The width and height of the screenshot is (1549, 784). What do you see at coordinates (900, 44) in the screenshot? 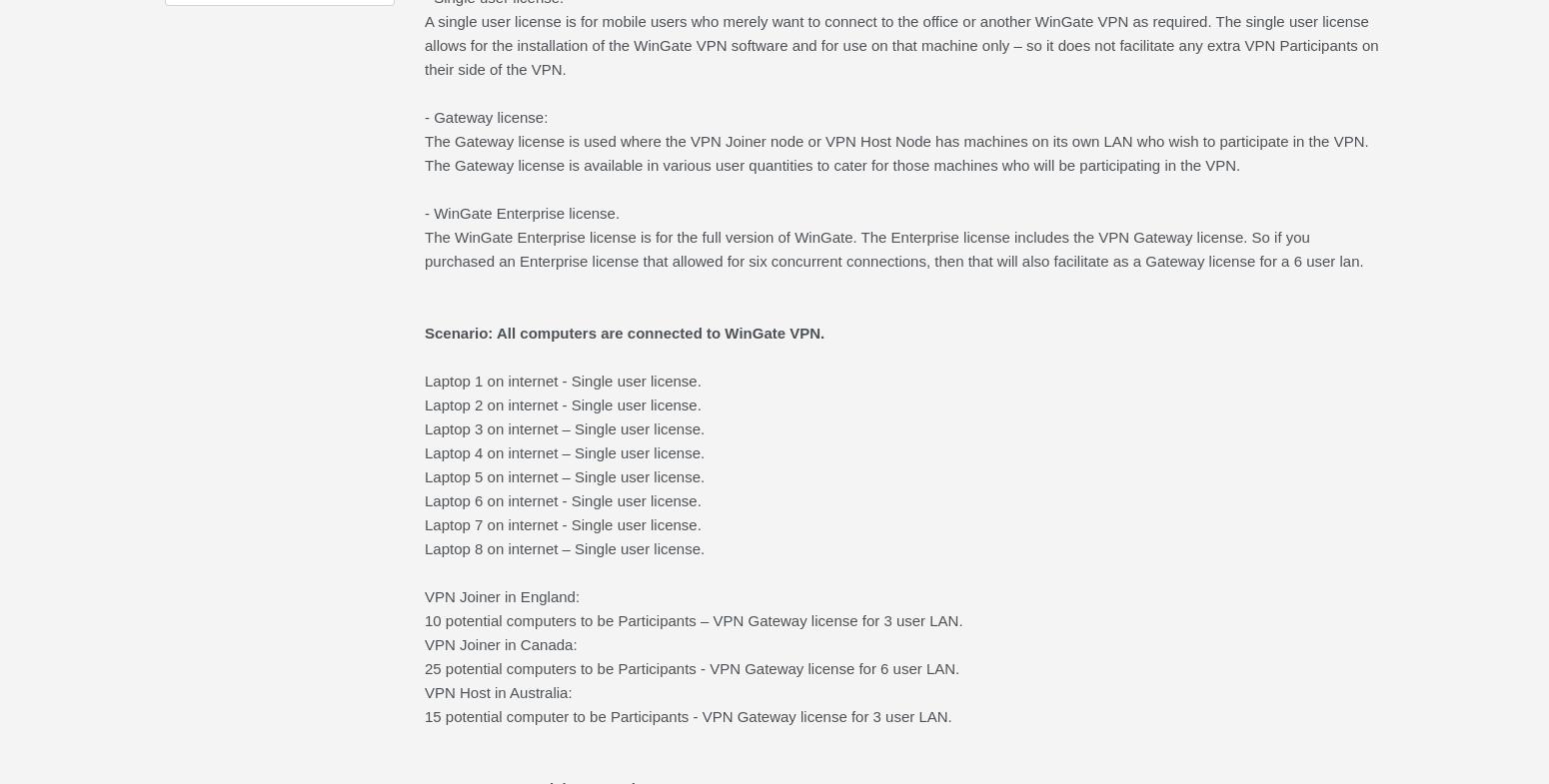
I see `'A single user license is for mobile users who merely want to connect to the office or another WinGate VPN as required. The single user license allows for the installation of the WinGate VPN software and for use on that machine only – so it does not facilitate any extra VPN Participants on their side of the VPN.'` at bounding box center [900, 44].